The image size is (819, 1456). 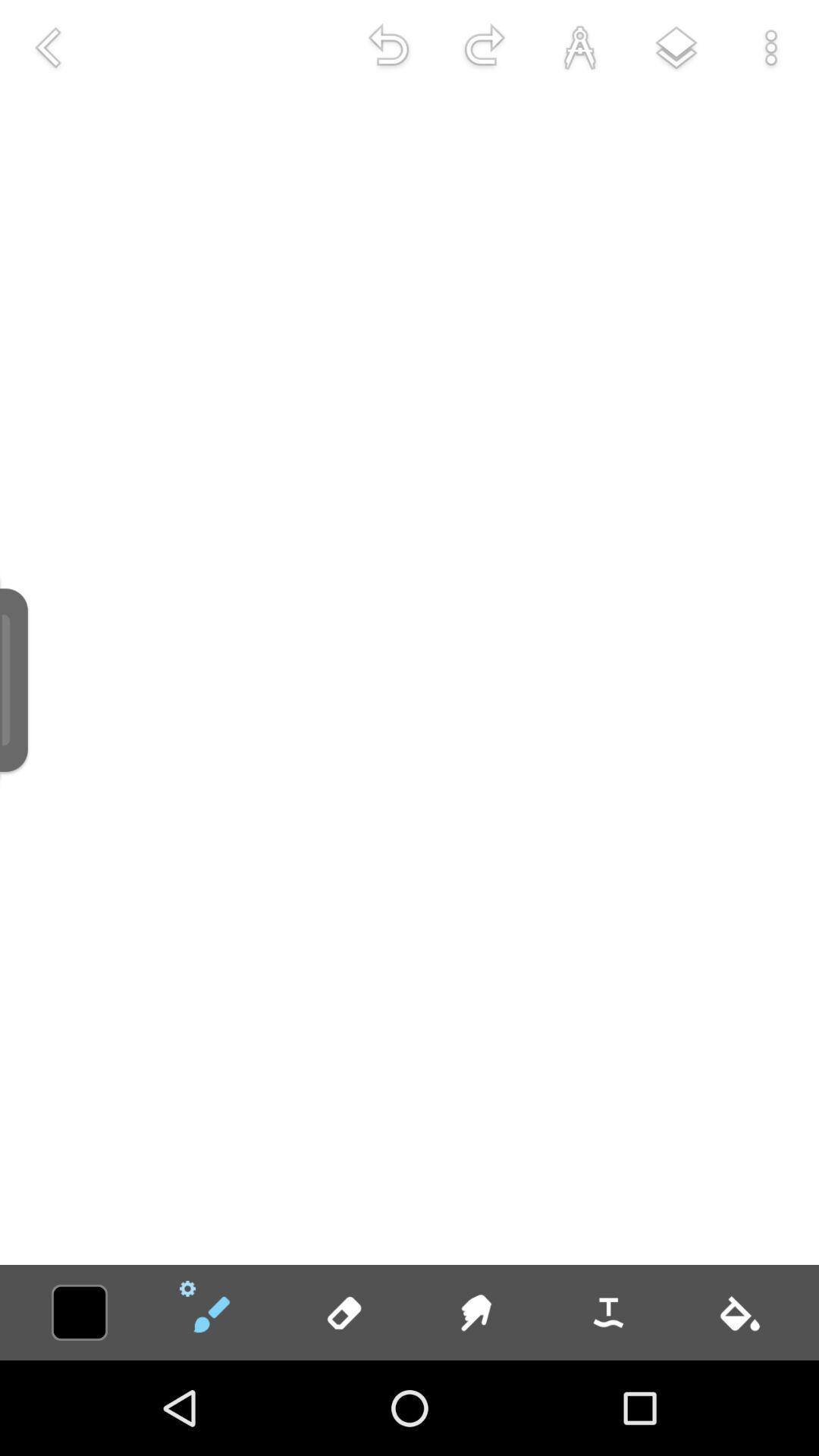 I want to click on the font icon, so click(x=579, y=47).